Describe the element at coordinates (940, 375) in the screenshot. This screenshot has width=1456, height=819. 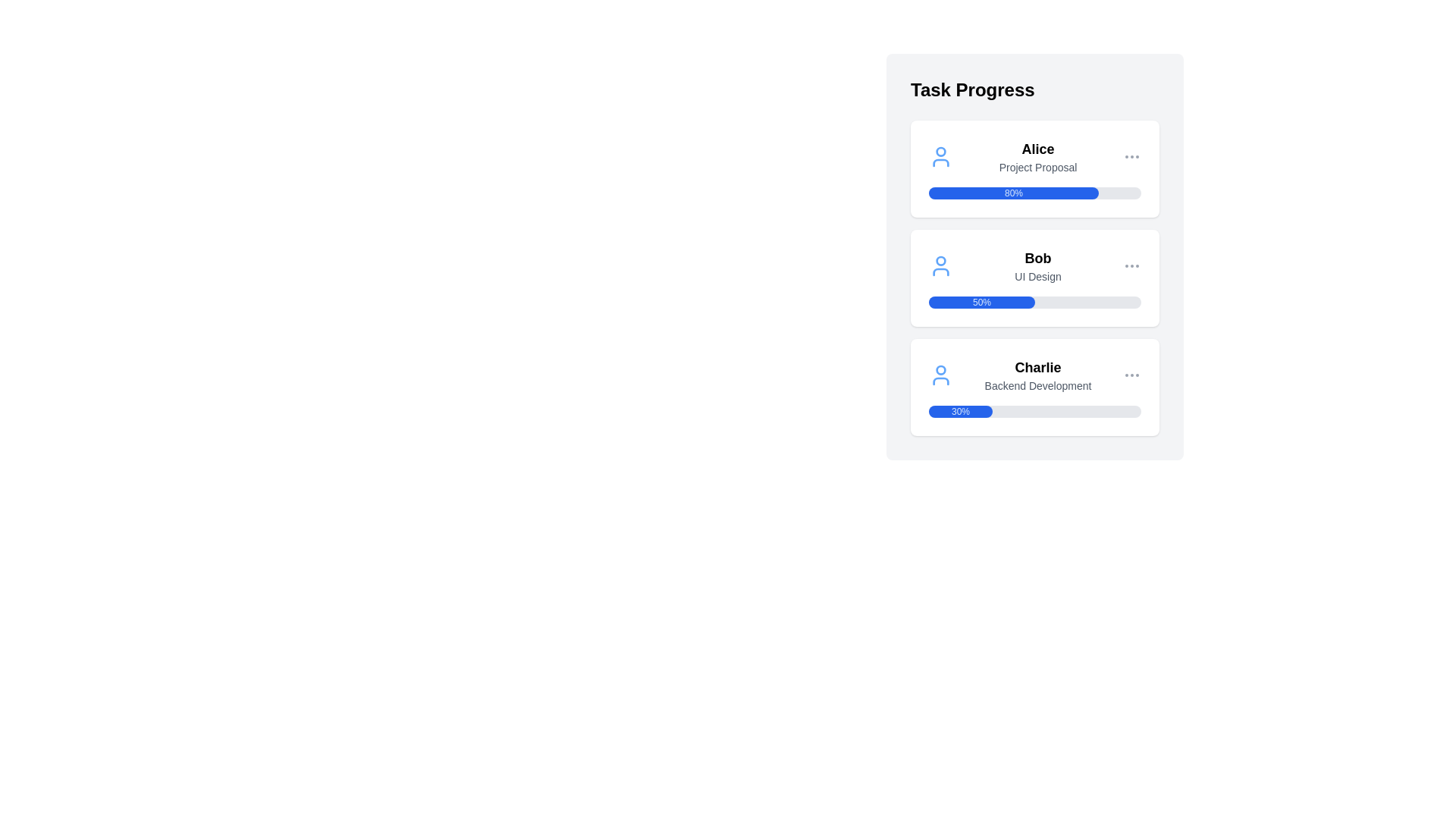
I see `the SVG icon representing the user 'Charlie', which is the leftmost icon in the user block containing the name and role details, for user identification` at that location.